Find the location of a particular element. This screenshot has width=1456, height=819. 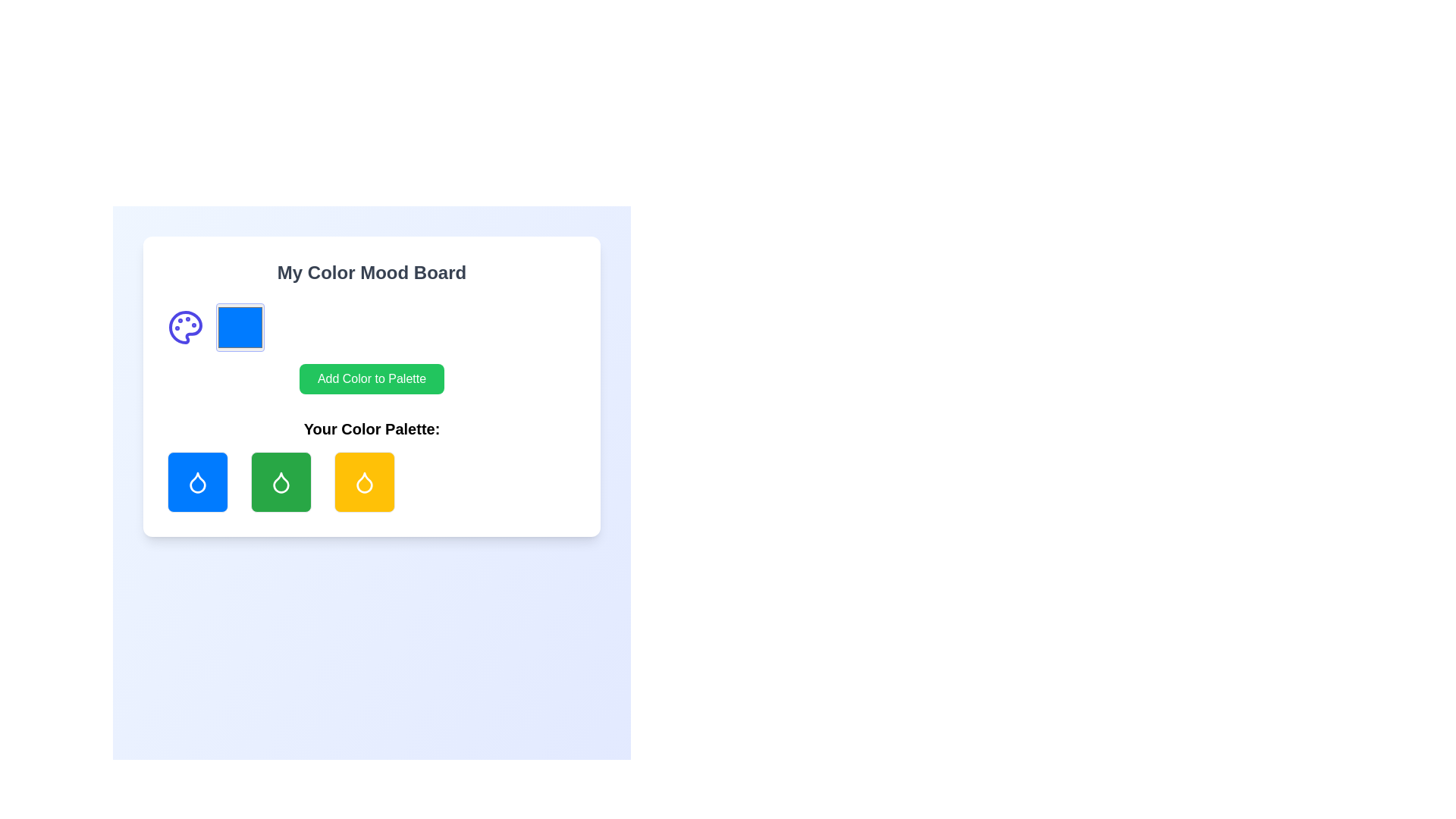

the fourth button in the 'Your Color Palette' section is located at coordinates (365, 482).